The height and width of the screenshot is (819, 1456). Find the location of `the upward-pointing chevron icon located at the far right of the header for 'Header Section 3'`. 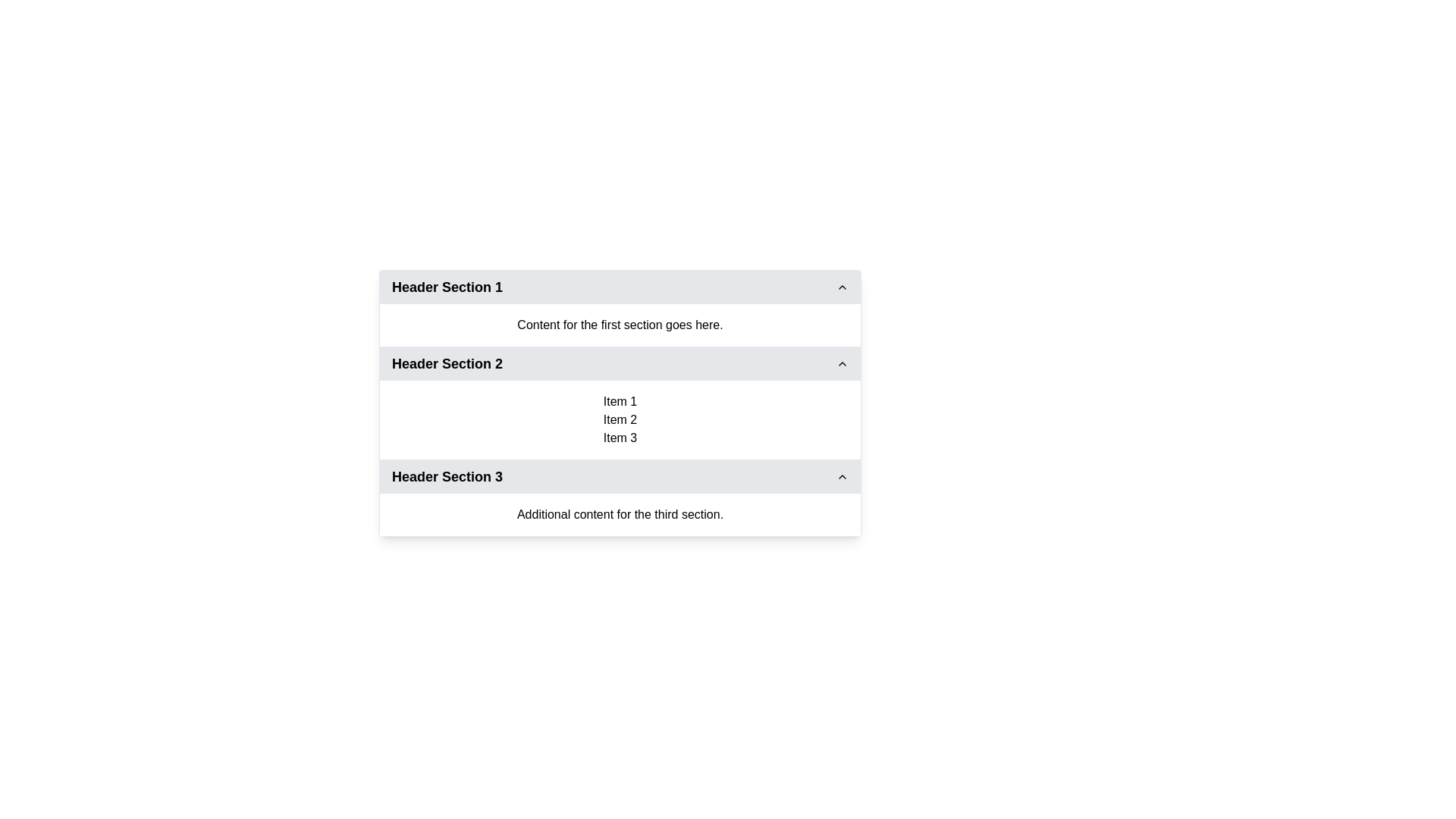

the upward-pointing chevron icon located at the far right of the header for 'Header Section 3' is located at coordinates (841, 475).